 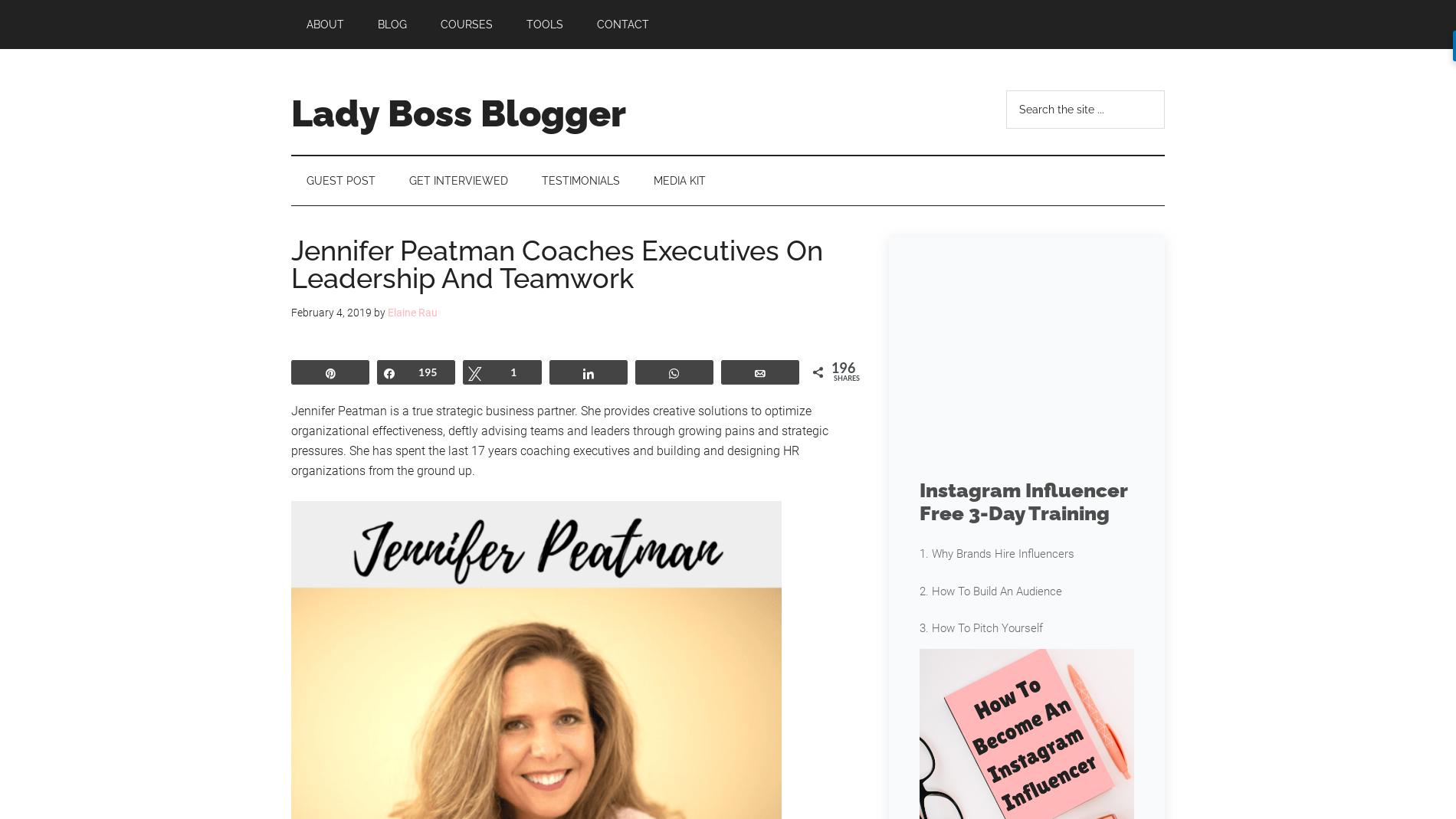 What do you see at coordinates (466, 23) in the screenshot?
I see `'Courses'` at bounding box center [466, 23].